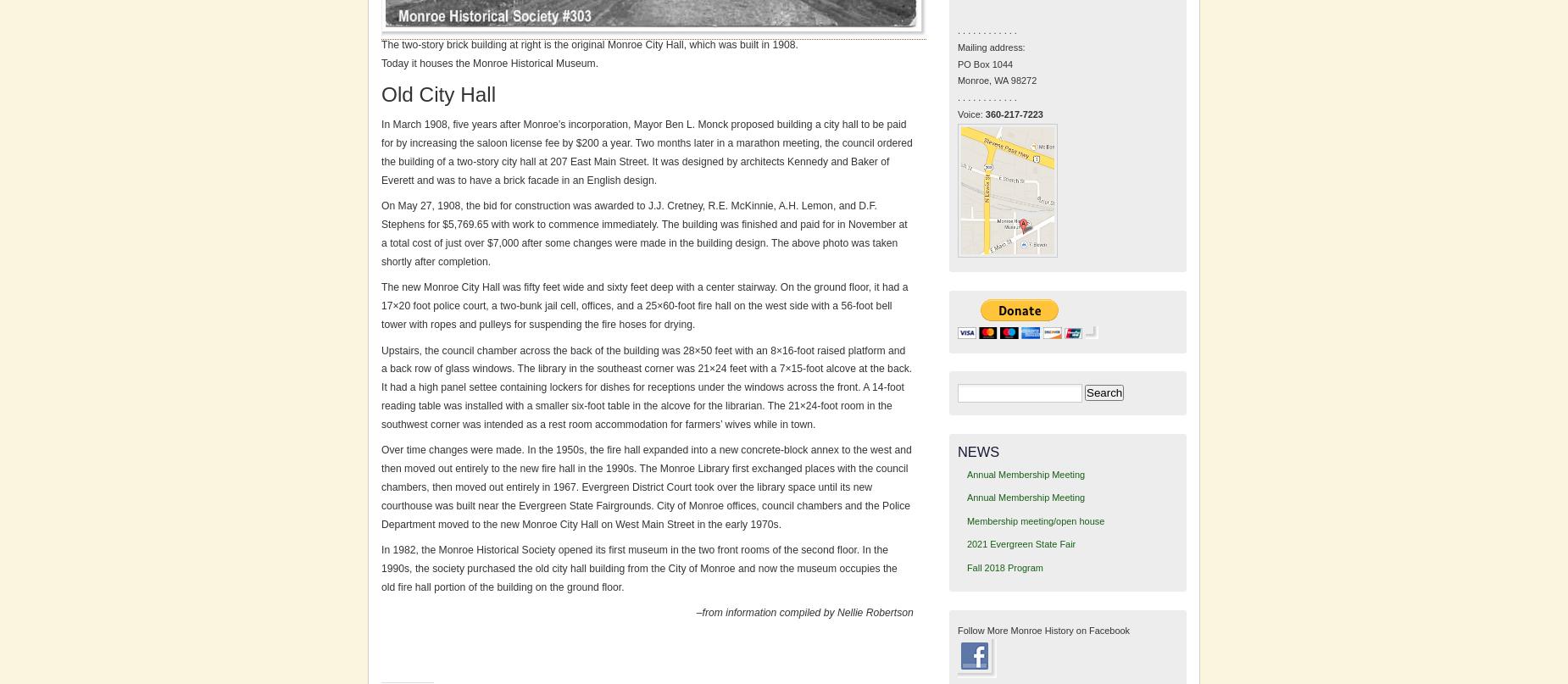 The width and height of the screenshot is (1568, 684). I want to click on 'Voice:', so click(956, 112).